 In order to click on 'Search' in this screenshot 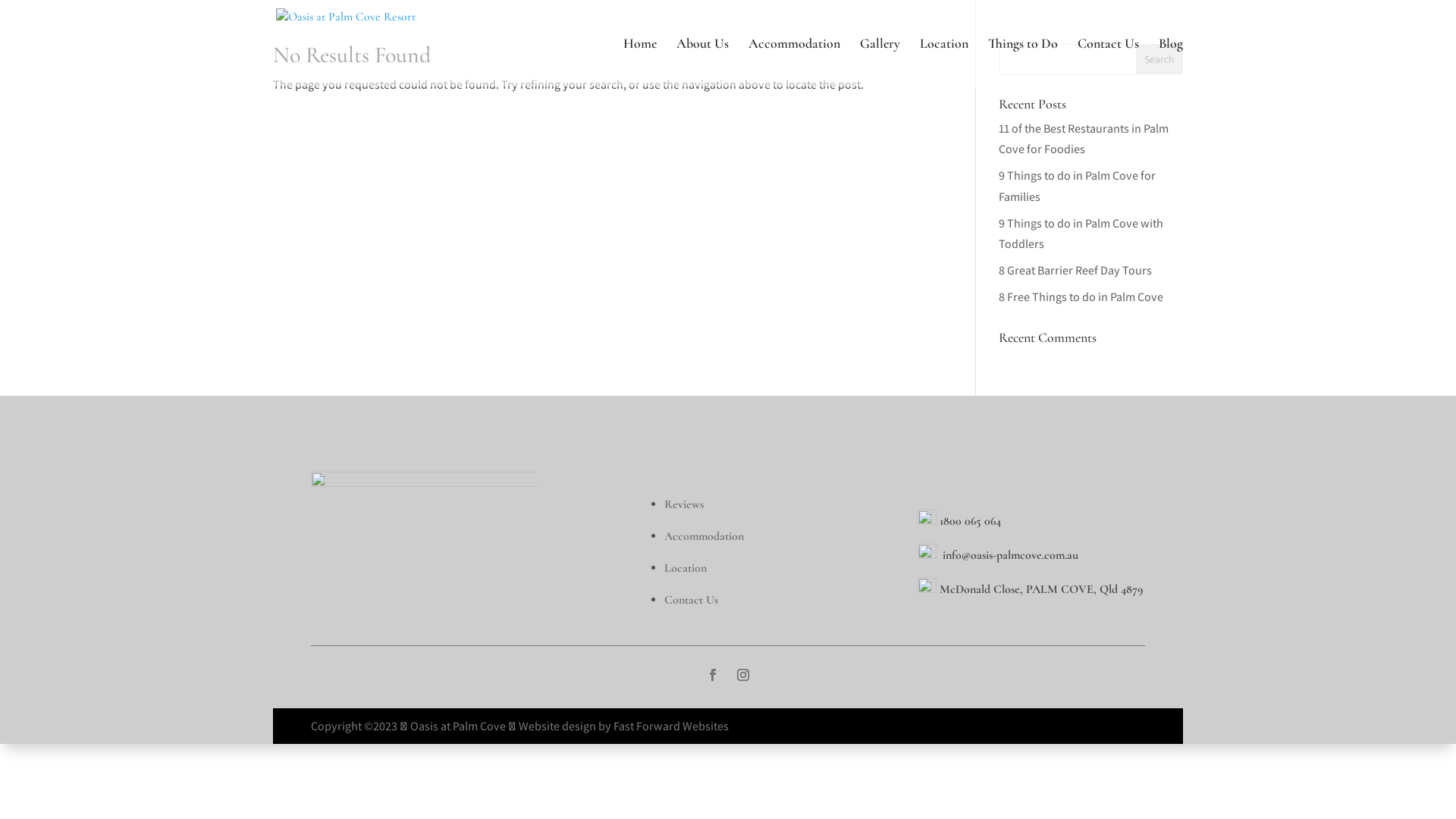, I will do `click(1135, 58)`.